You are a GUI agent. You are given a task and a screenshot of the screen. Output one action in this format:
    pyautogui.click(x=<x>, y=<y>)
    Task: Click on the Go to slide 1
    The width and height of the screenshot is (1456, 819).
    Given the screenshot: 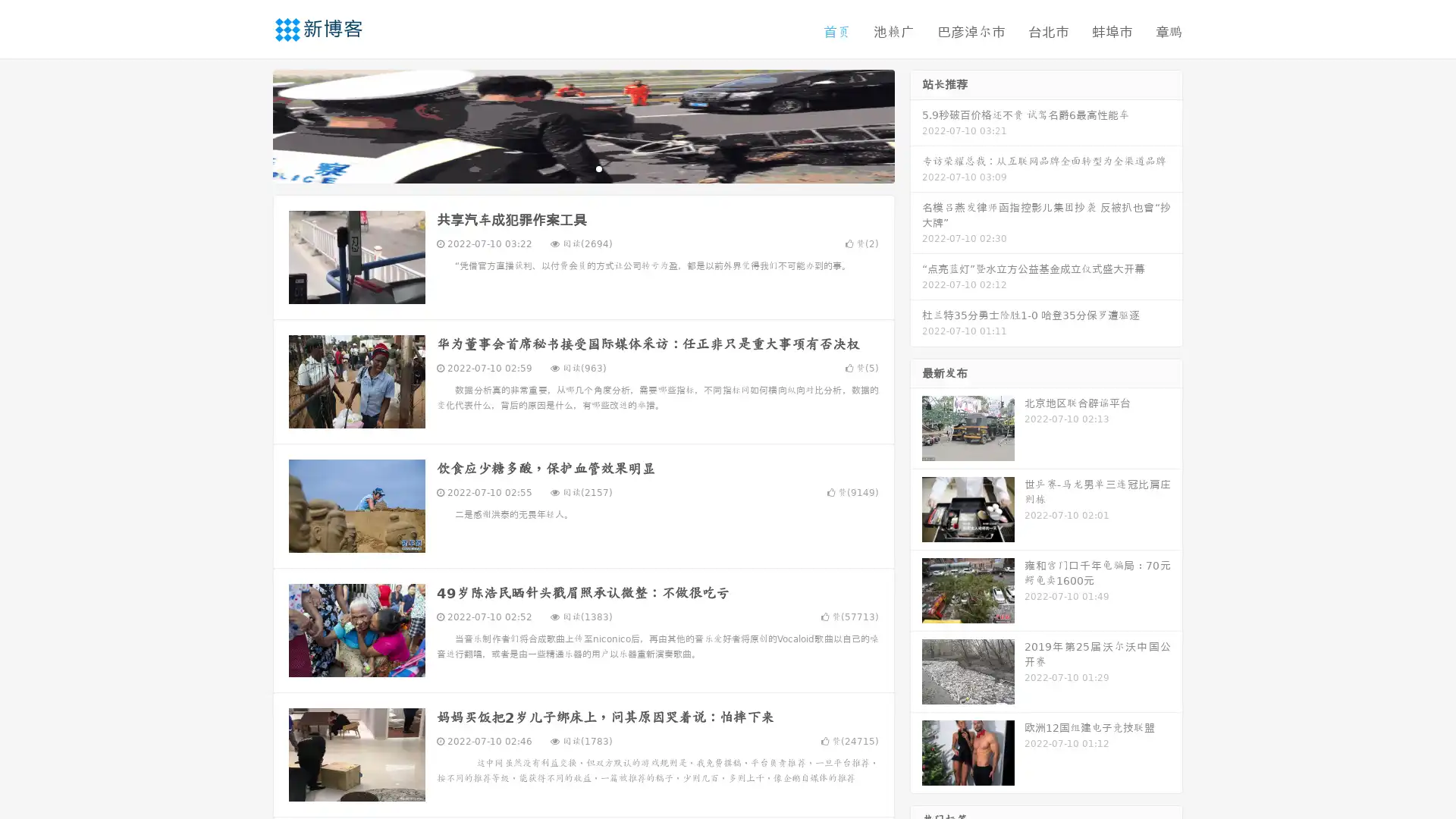 What is the action you would take?
    pyautogui.click(x=567, y=171)
    